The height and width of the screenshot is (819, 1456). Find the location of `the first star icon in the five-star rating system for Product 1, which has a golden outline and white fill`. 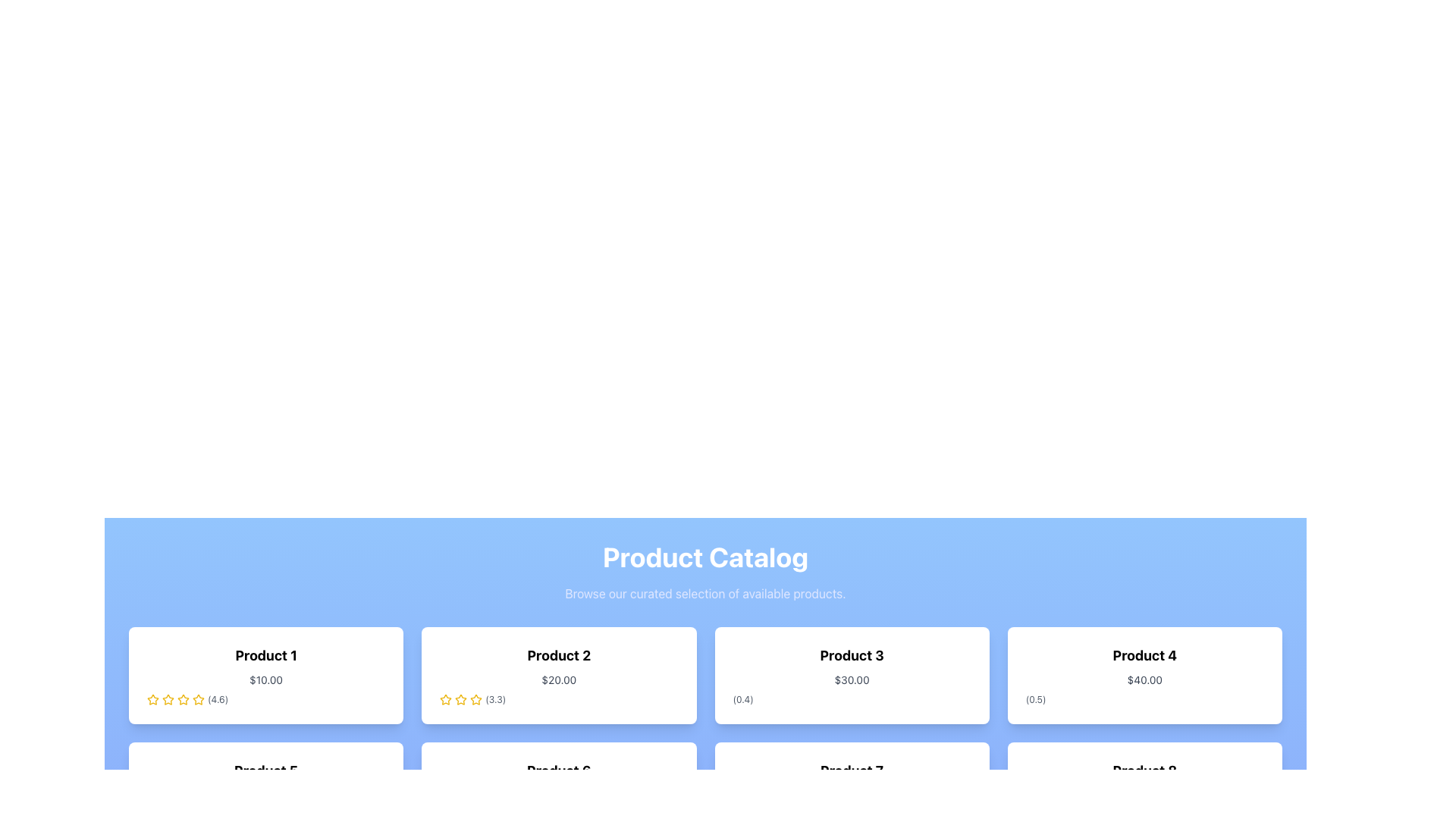

the first star icon in the five-star rating system for Product 1, which has a golden outline and white fill is located at coordinates (168, 699).